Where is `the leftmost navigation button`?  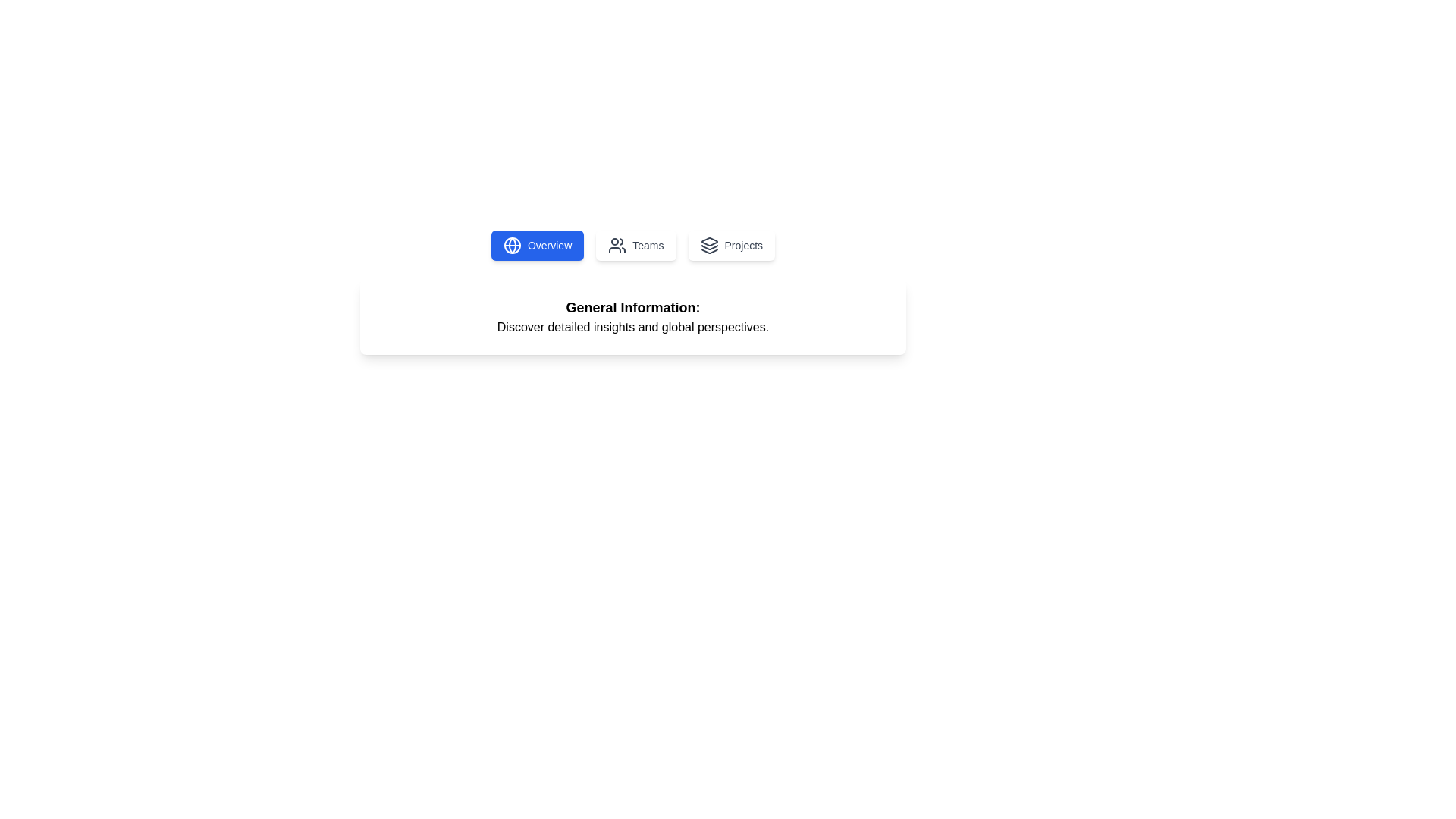 the leftmost navigation button is located at coordinates (538, 245).